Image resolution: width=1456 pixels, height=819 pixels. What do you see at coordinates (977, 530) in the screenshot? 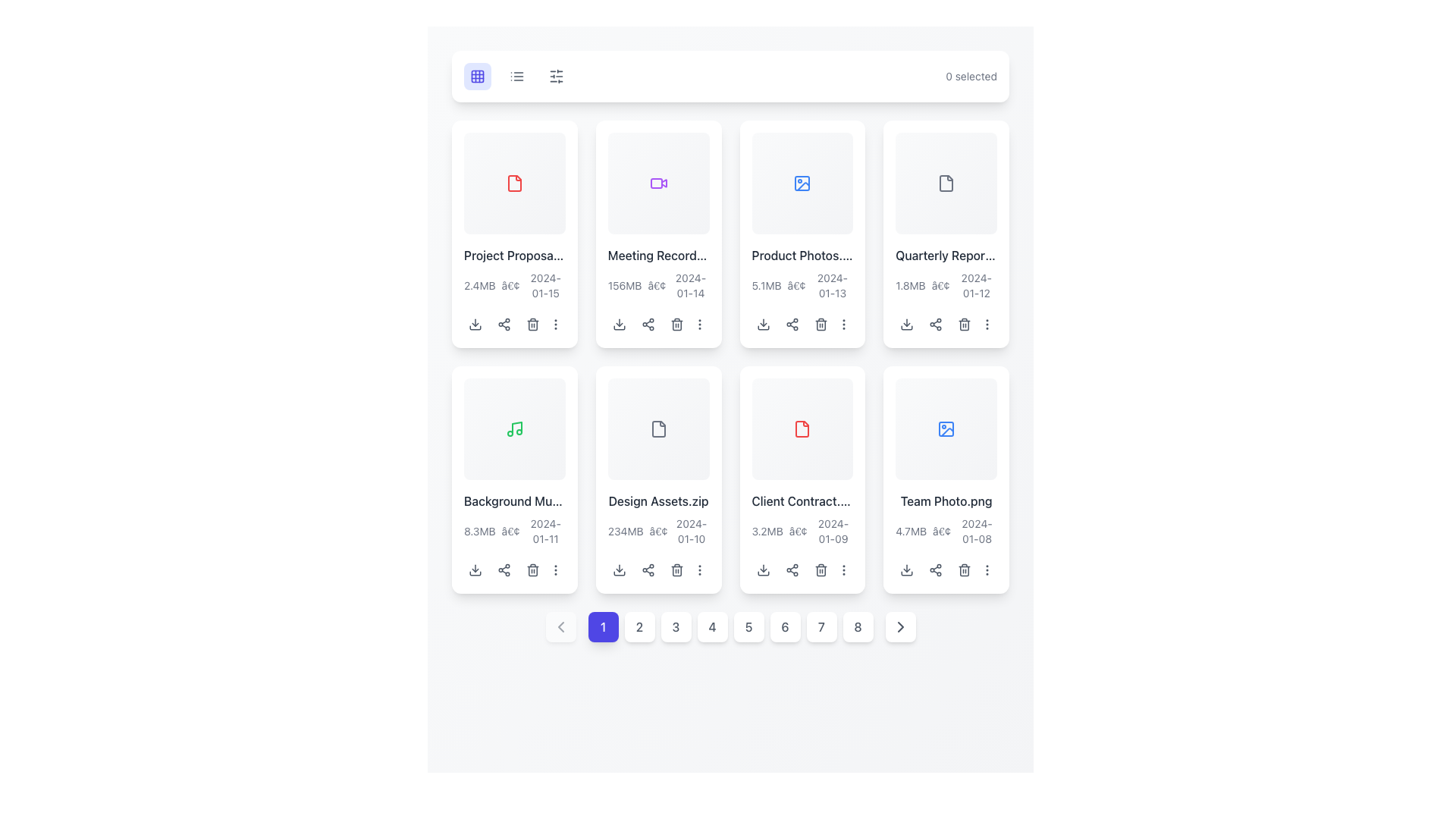
I see `the static text label displaying the date associated with the item 'Team Photo.png', located at the bottom-right corner of the card, following the file size and a separator symbol` at bounding box center [977, 530].